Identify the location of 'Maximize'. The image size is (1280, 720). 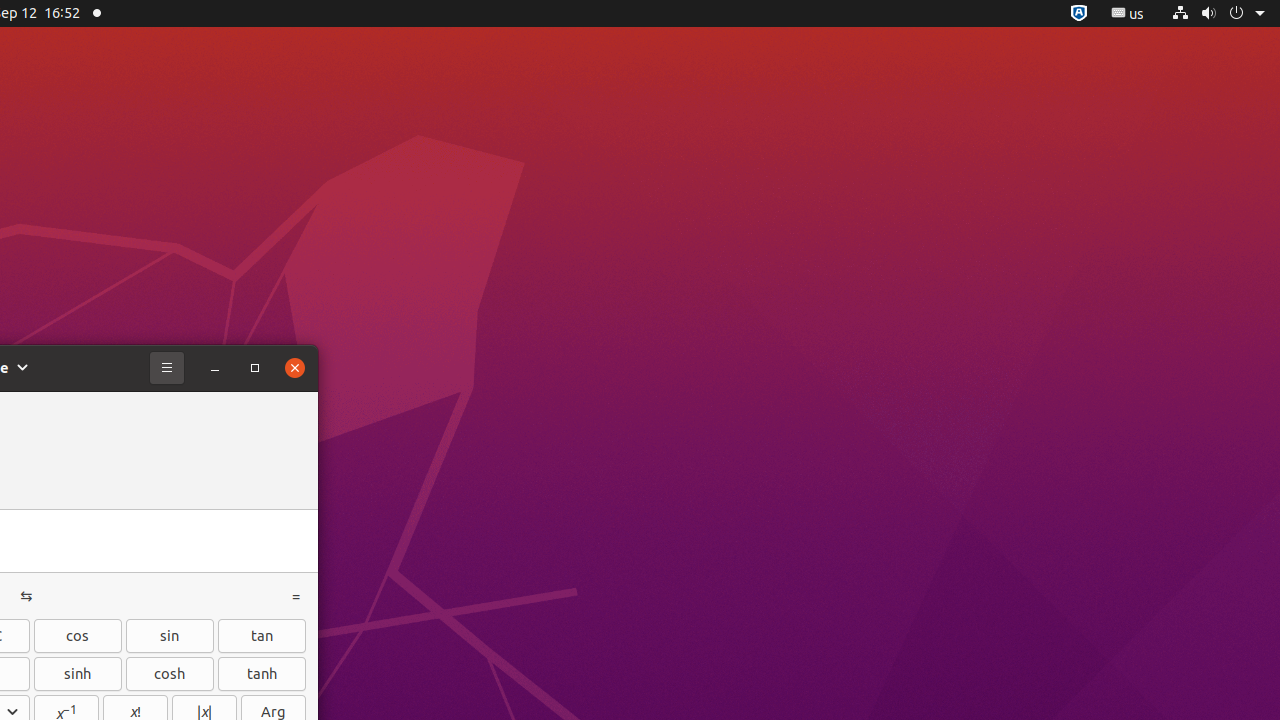
(253, 367).